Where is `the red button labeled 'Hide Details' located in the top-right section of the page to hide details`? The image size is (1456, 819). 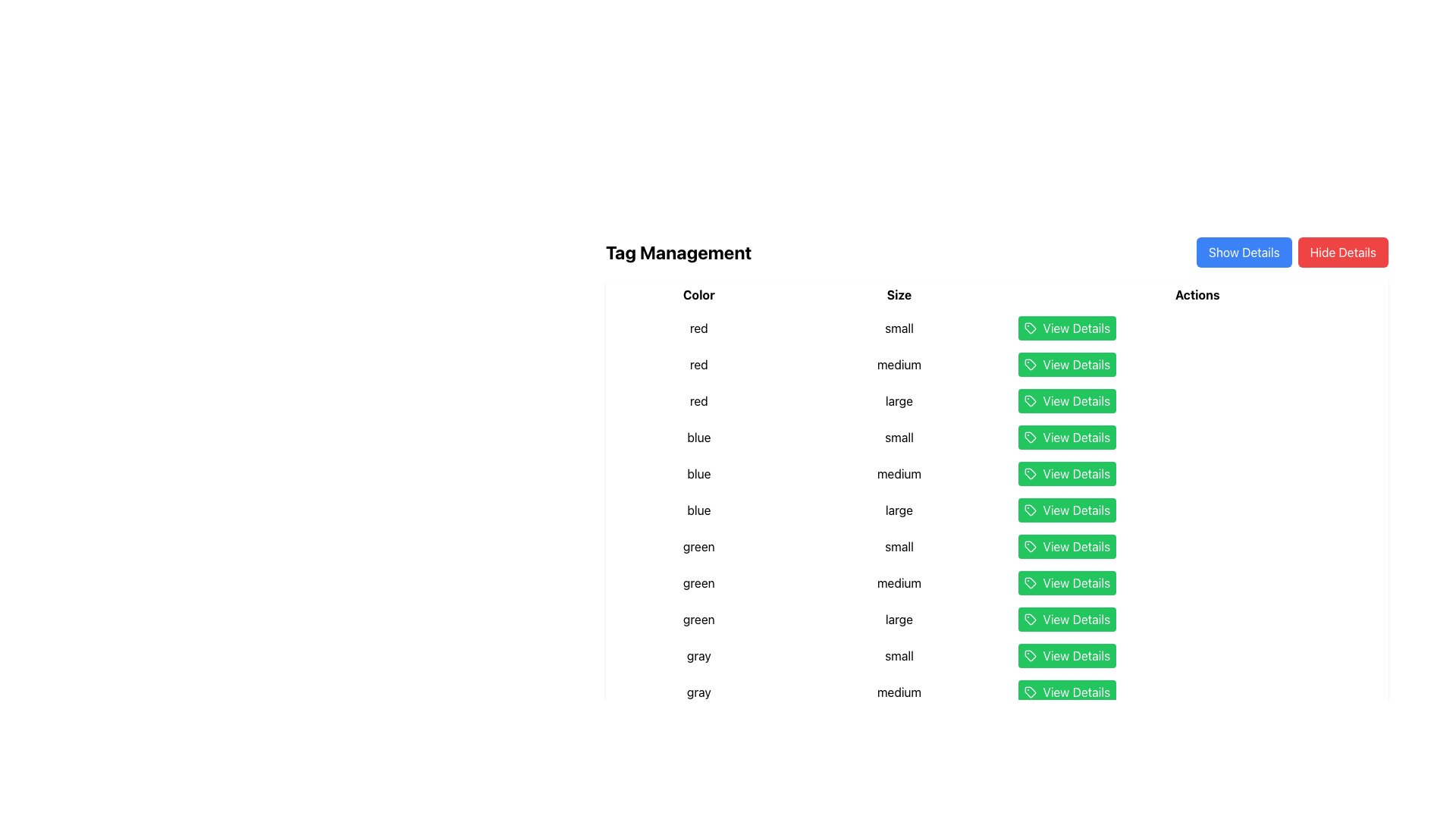 the red button labeled 'Hide Details' located in the top-right section of the page to hide details is located at coordinates (1343, 251).